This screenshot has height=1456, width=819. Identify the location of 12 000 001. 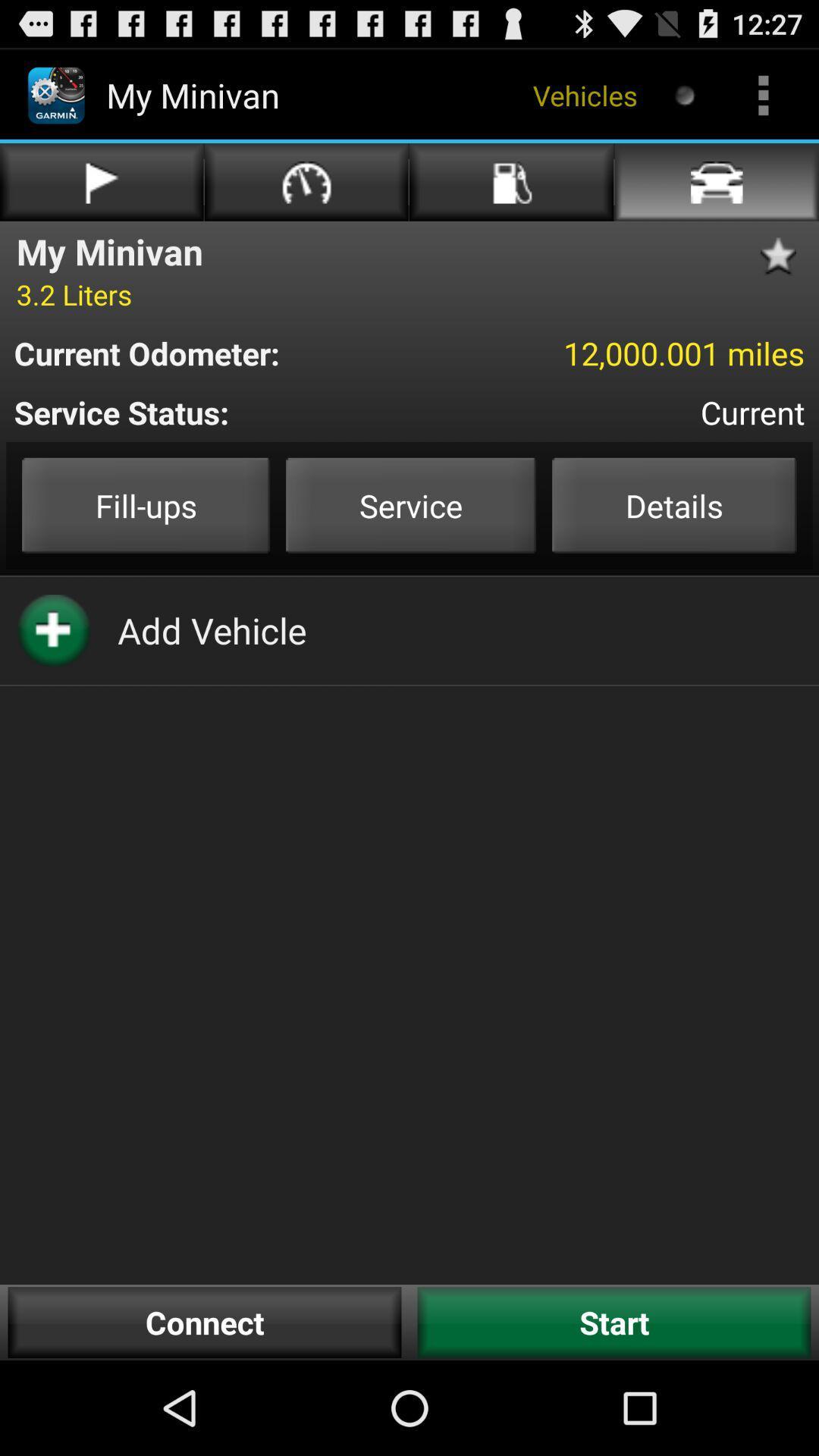
(612, 352).